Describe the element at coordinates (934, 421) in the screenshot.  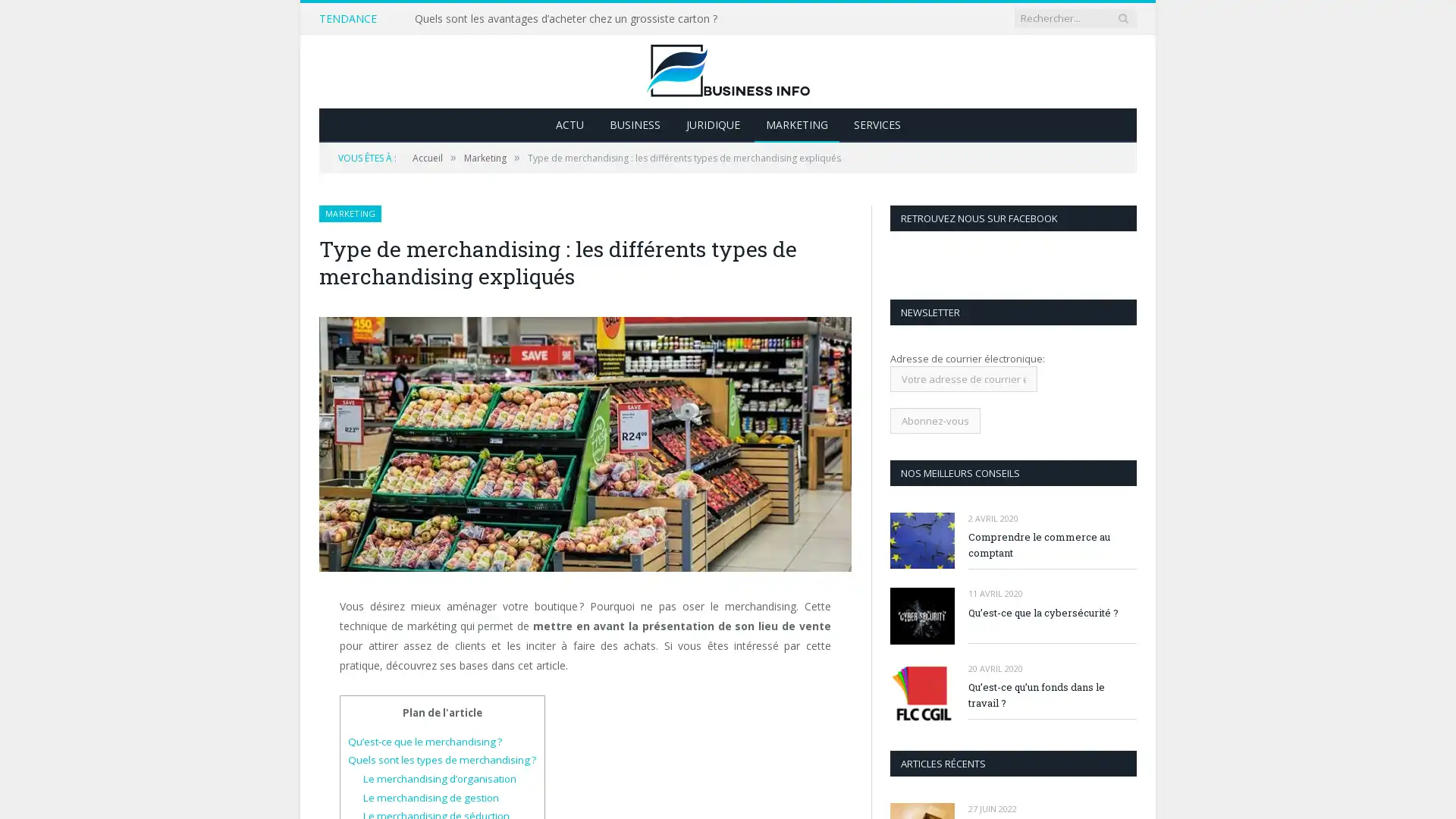
I see `Abonnez-vous` at that location.